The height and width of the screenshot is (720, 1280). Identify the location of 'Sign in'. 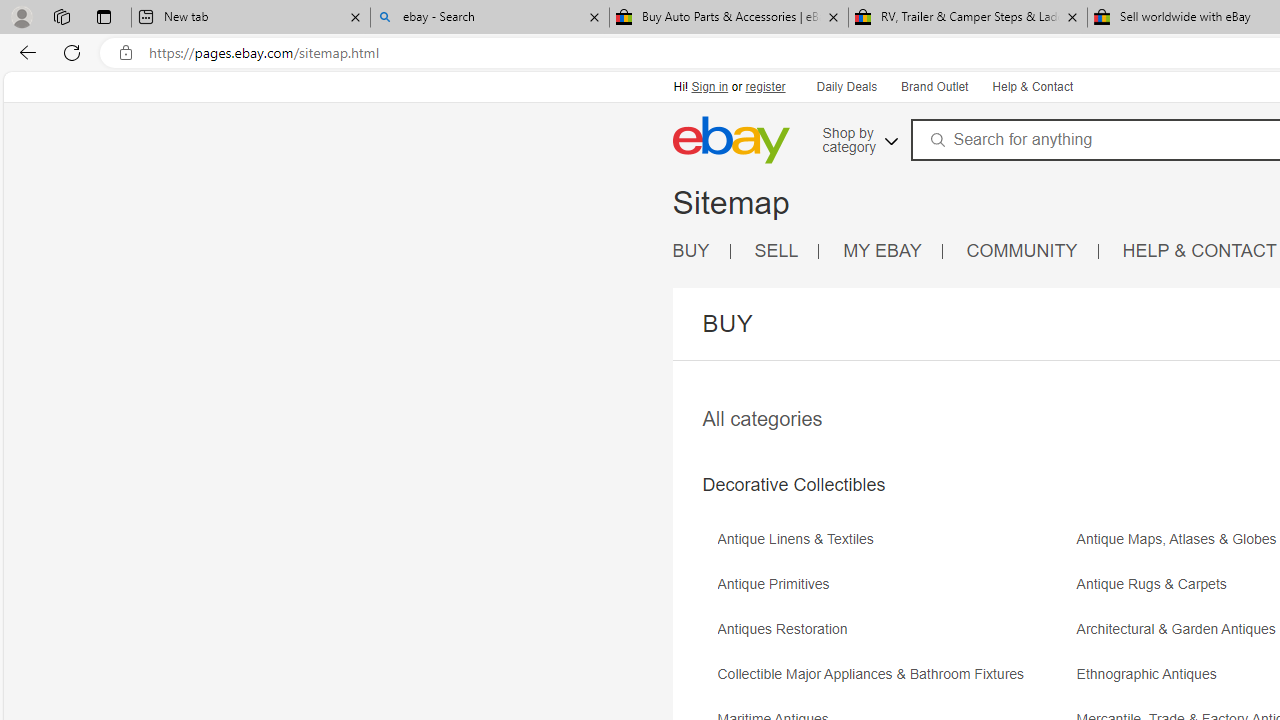
(710, 86).